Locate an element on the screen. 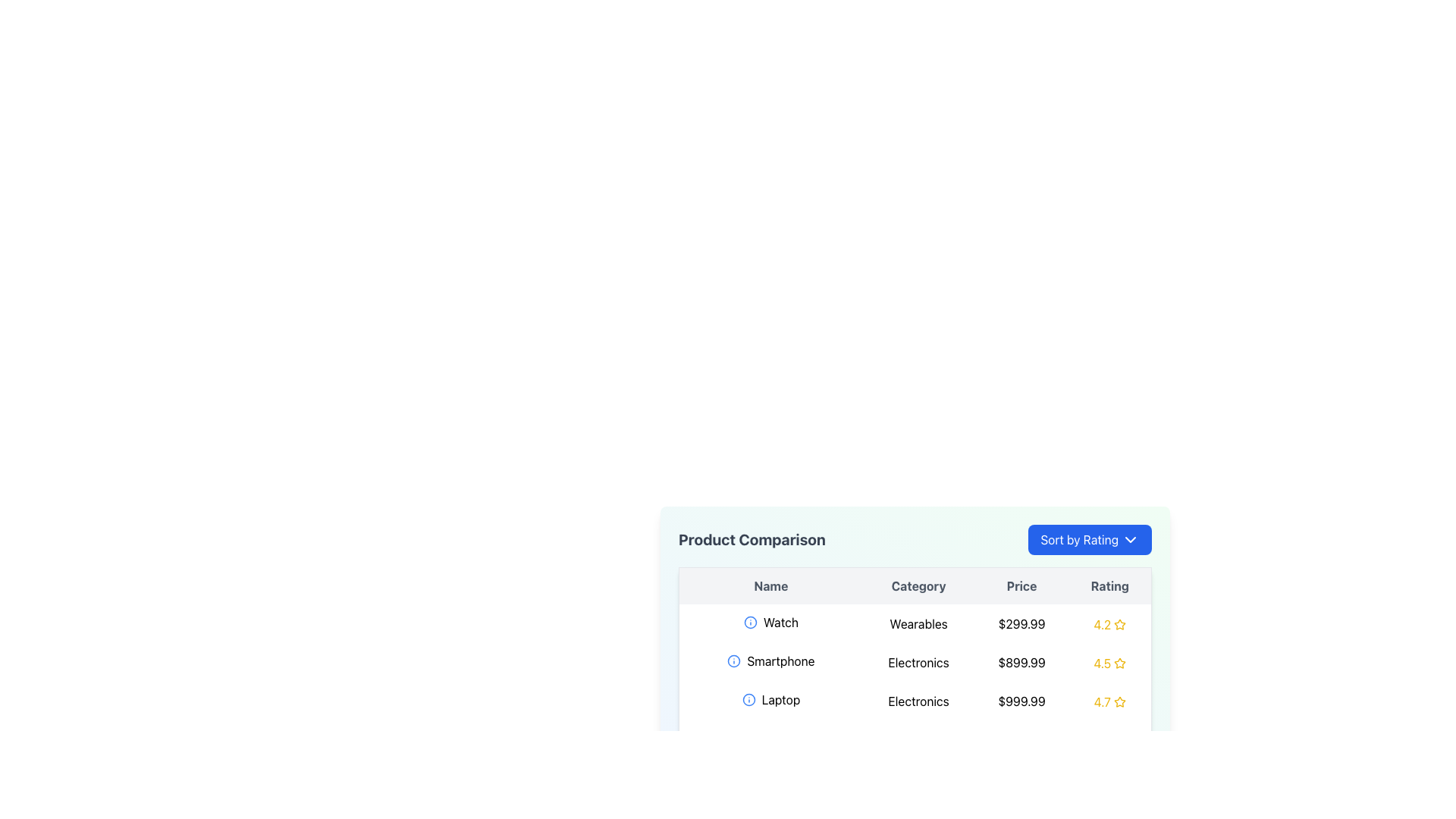  the golden-yellow star icon representing the rating for the 'Electronics' product (Smartphone) located is located at coordinates (1120, 662).